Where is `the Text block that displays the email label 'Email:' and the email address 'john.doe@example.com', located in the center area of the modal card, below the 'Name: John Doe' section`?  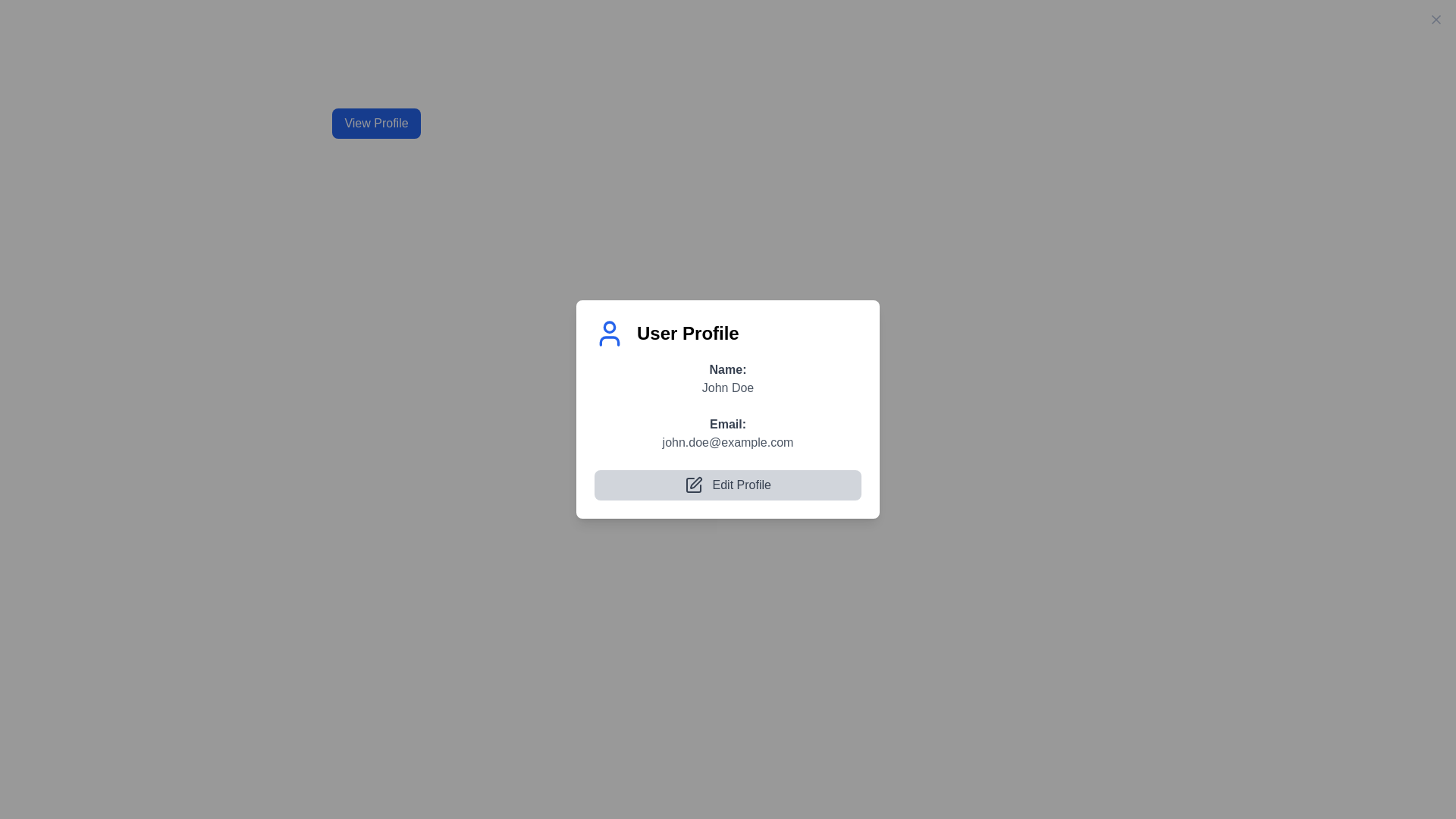
the Text block that displays the email label 'Email:' and the email address 'john.doe@example.com', located in the center area of the modal card, below the 'Name: John Doe' section is located at coordinates (728, 432).